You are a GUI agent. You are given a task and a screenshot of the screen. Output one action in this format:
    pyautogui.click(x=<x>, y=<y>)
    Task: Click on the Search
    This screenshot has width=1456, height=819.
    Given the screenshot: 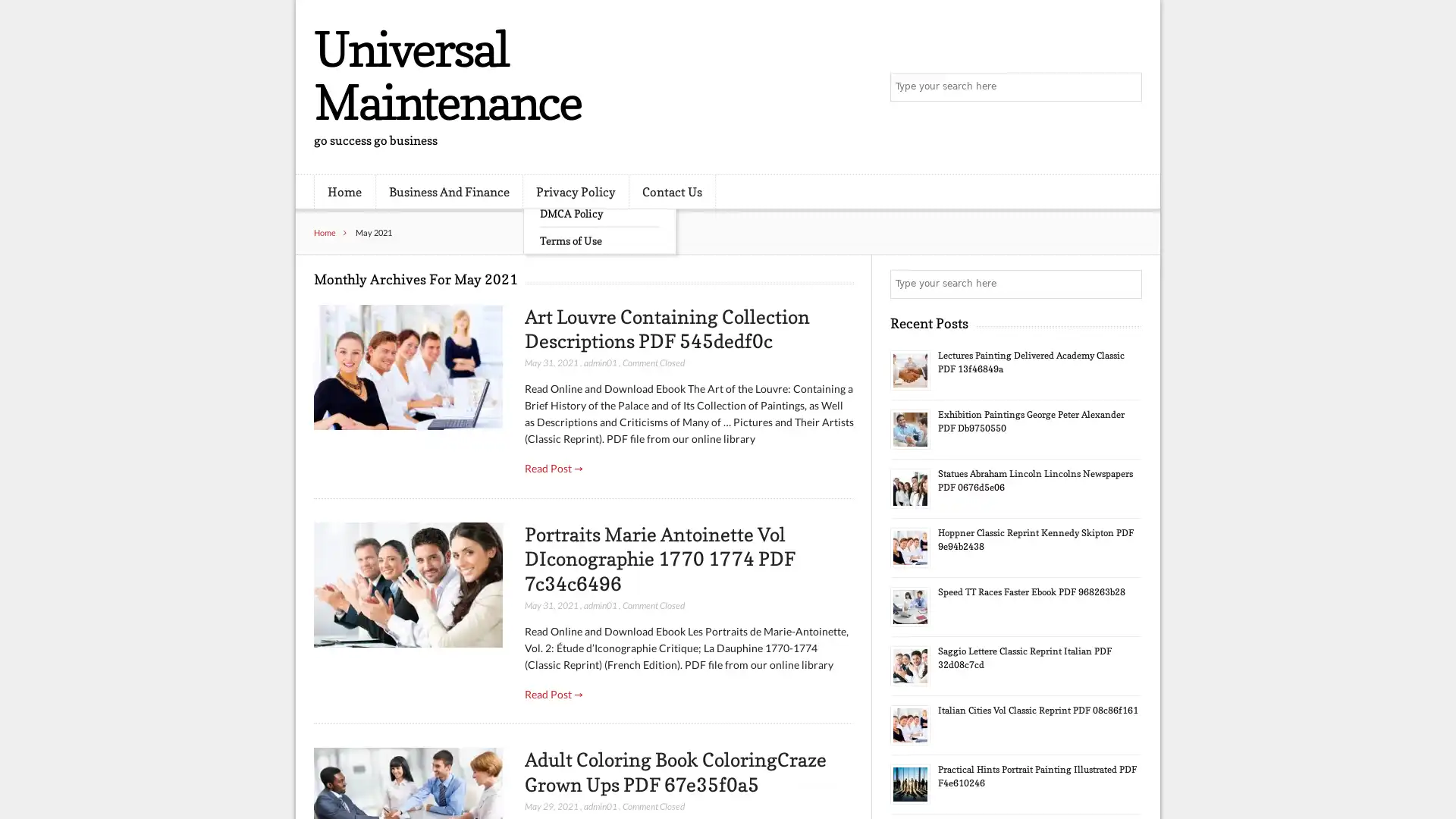 What is the action you would take?
    pyautogui.click(x=1126, y=284)
    